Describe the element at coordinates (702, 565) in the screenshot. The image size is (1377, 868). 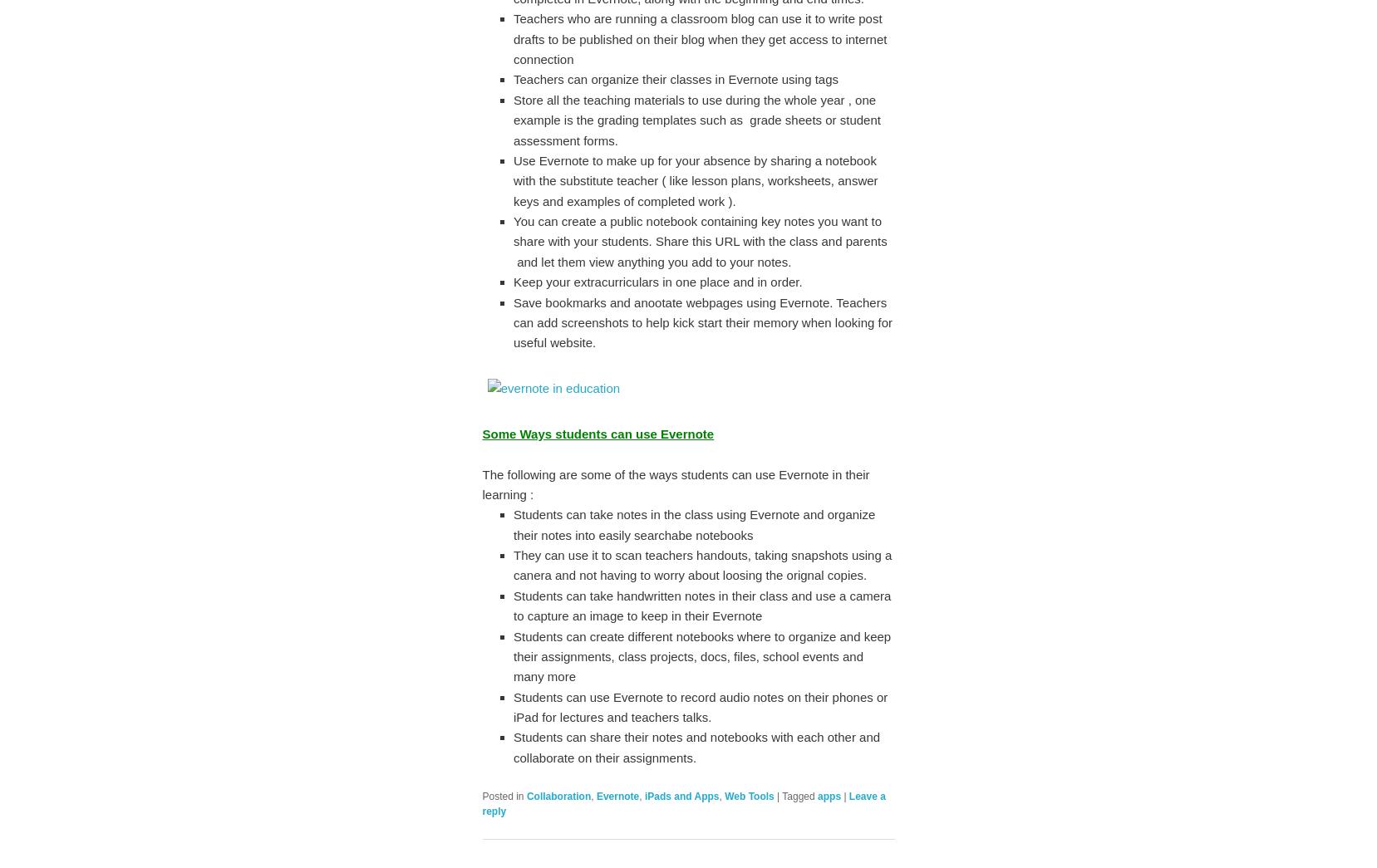
I see `'They can use it to scan teachers handouts, taking snapshots using a canera and not having to worry about loosing the orignal copies.'` at that location.